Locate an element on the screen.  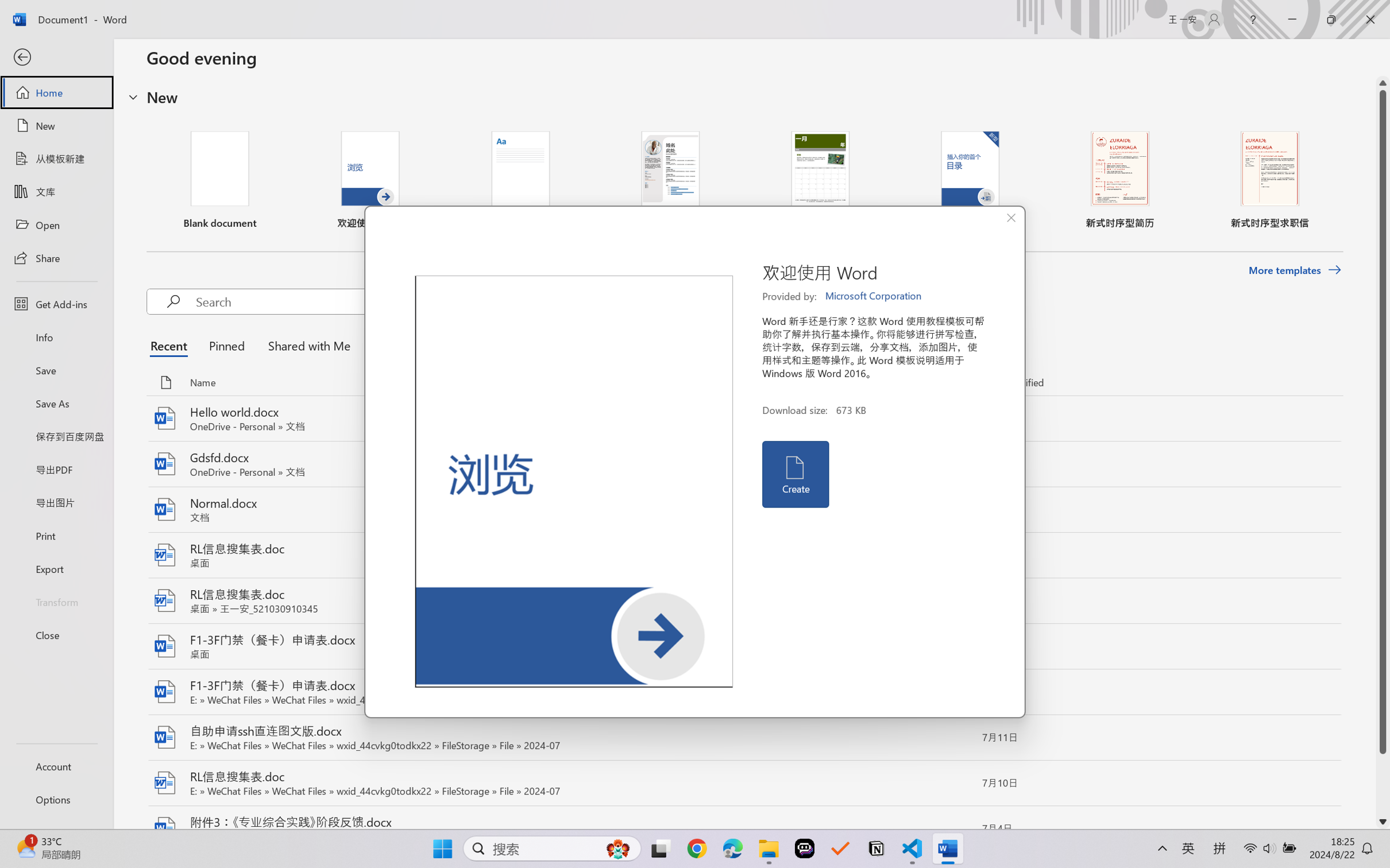
'Shared with Me' is located at coordinates (306, 345).